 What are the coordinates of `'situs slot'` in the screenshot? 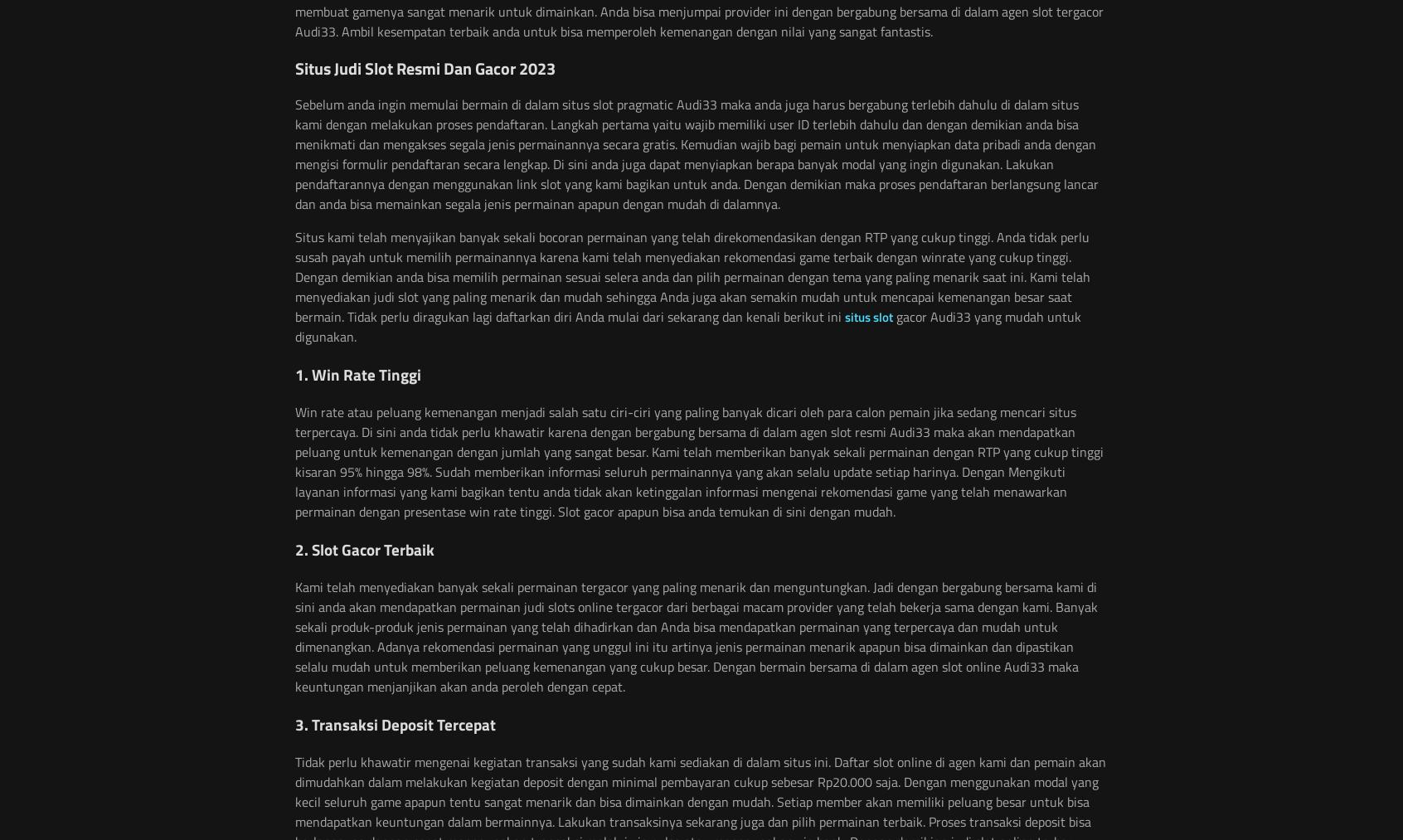 It's located at (868, 317).